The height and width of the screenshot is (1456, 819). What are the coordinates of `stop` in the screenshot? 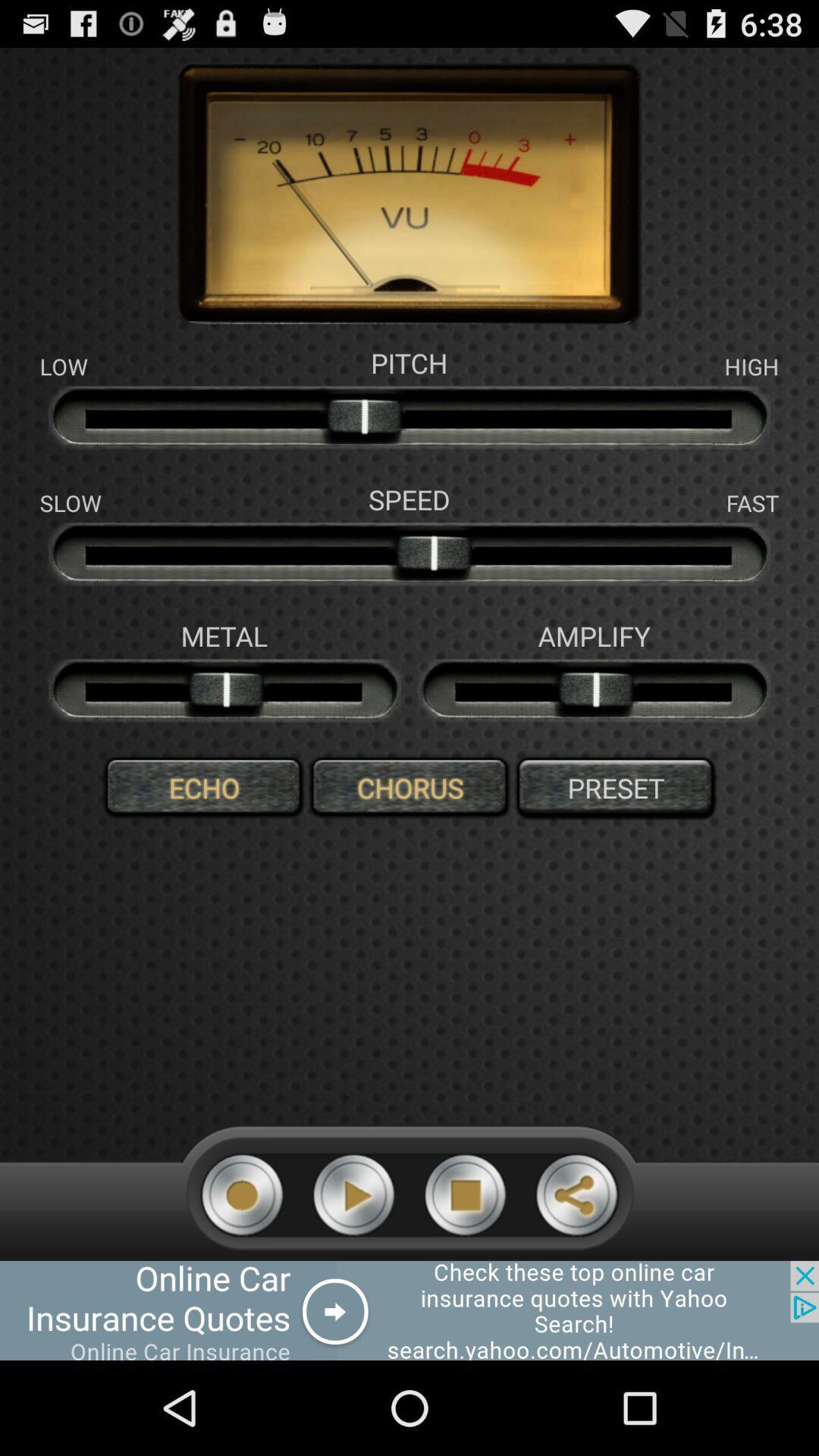 It's located at (464, 1194).